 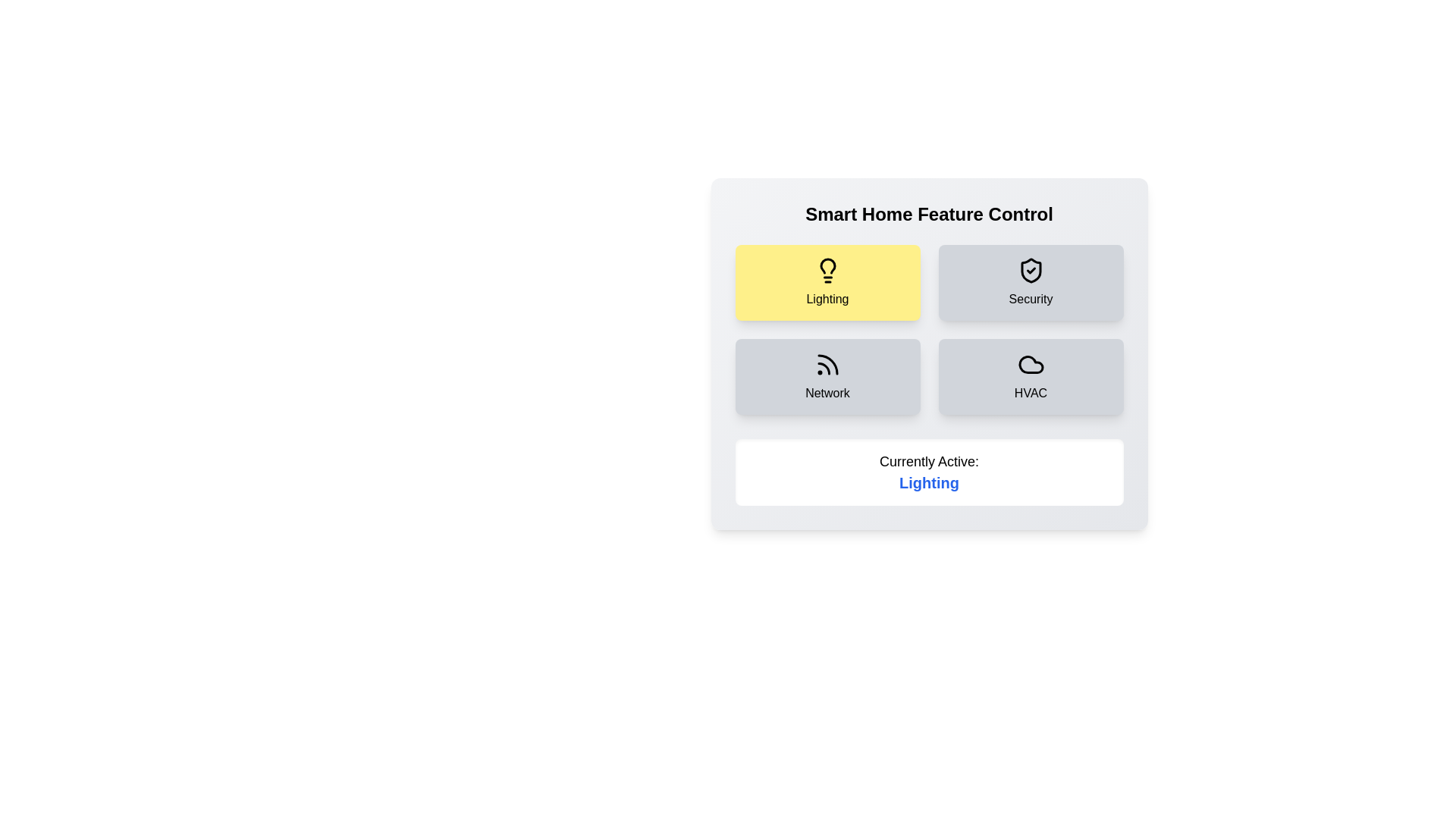 What do you see at coordinates (1031, 376) in the screenshot?
I see `the button corresponding to the feature HVAC` at bounding box center [1031, 376].